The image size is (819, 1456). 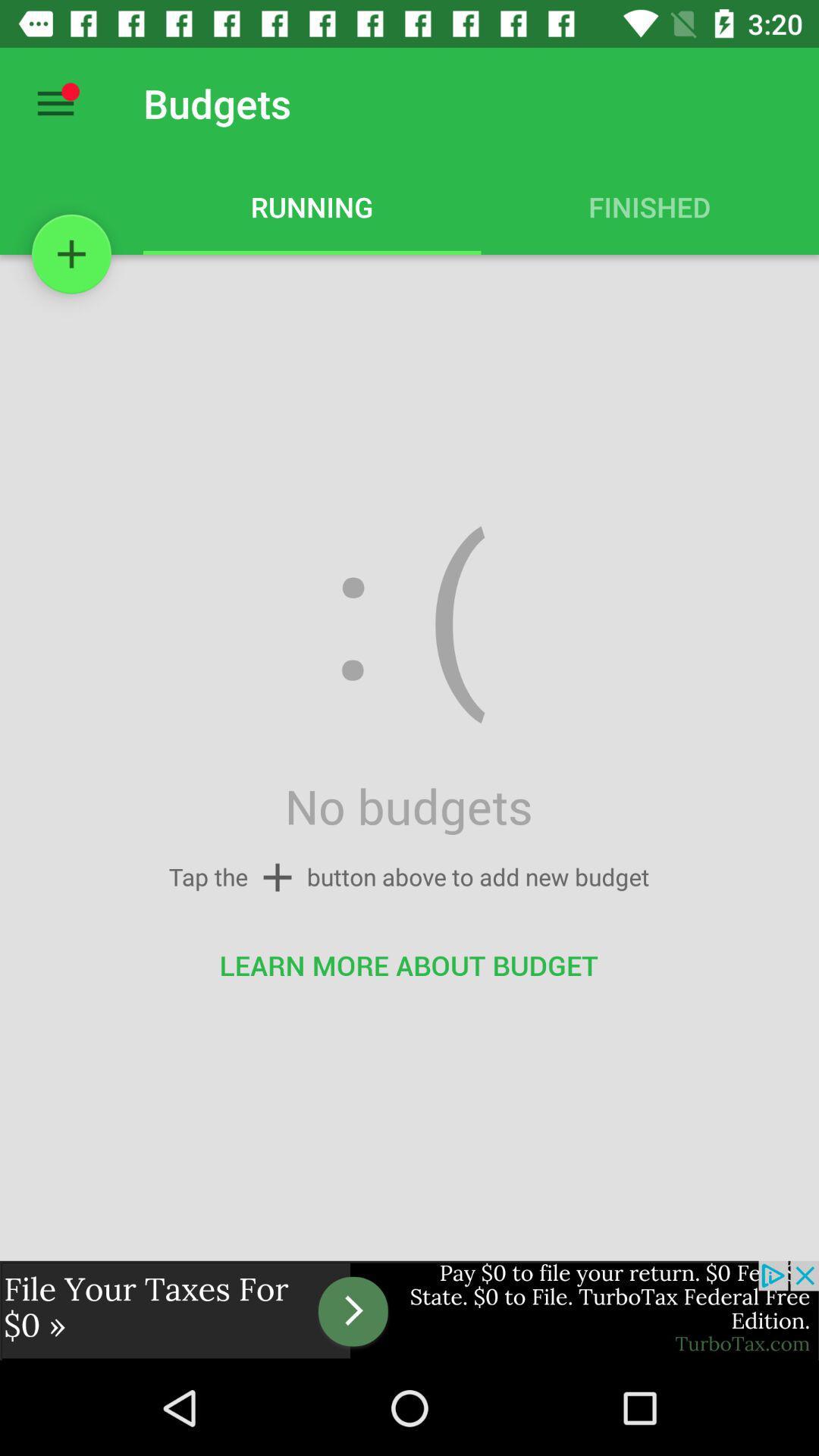 I want to click on open app, so click(x=409, y=1310).